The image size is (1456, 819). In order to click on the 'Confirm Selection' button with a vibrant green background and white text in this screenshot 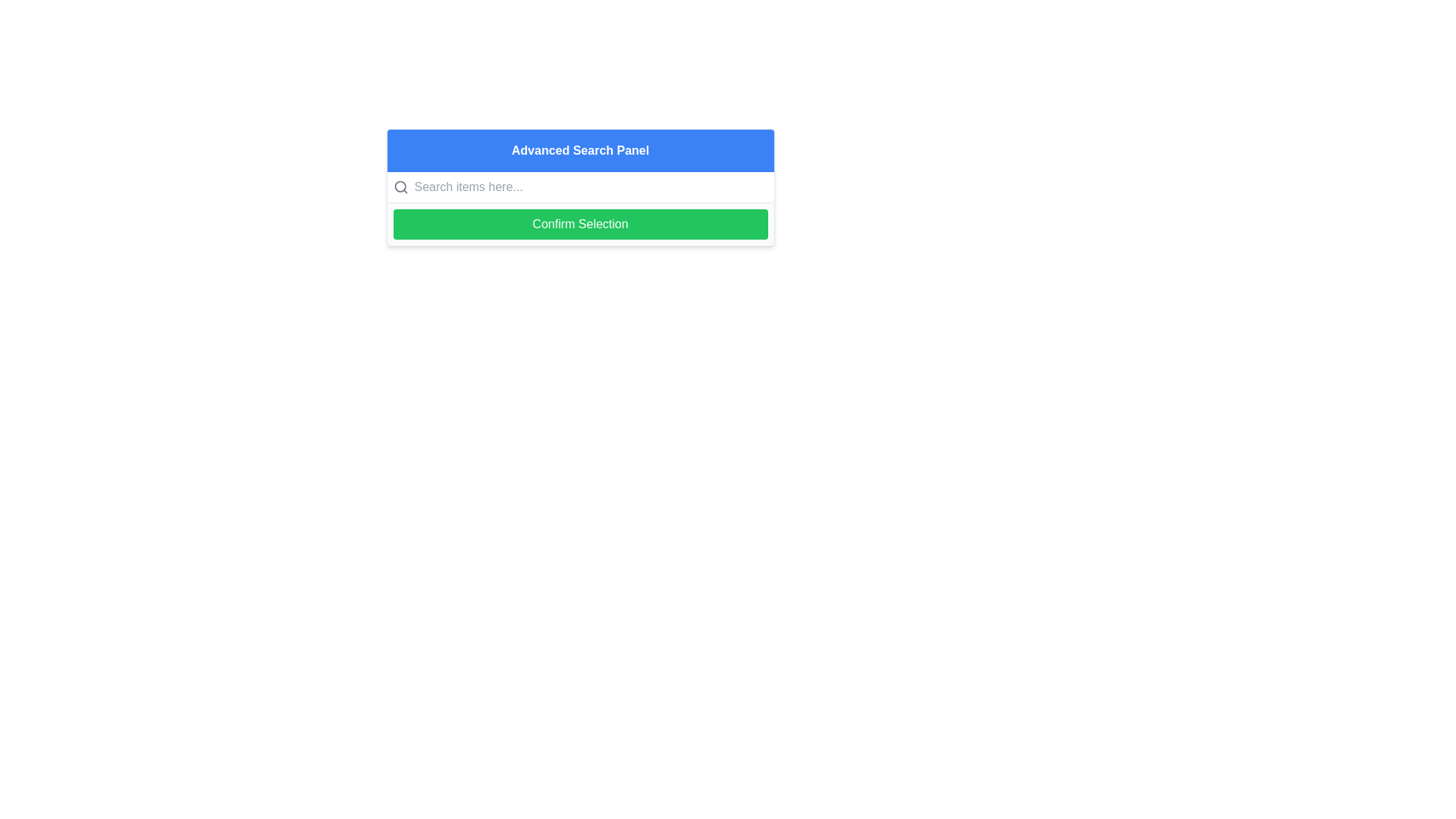, I will do `click(579, 224)`.